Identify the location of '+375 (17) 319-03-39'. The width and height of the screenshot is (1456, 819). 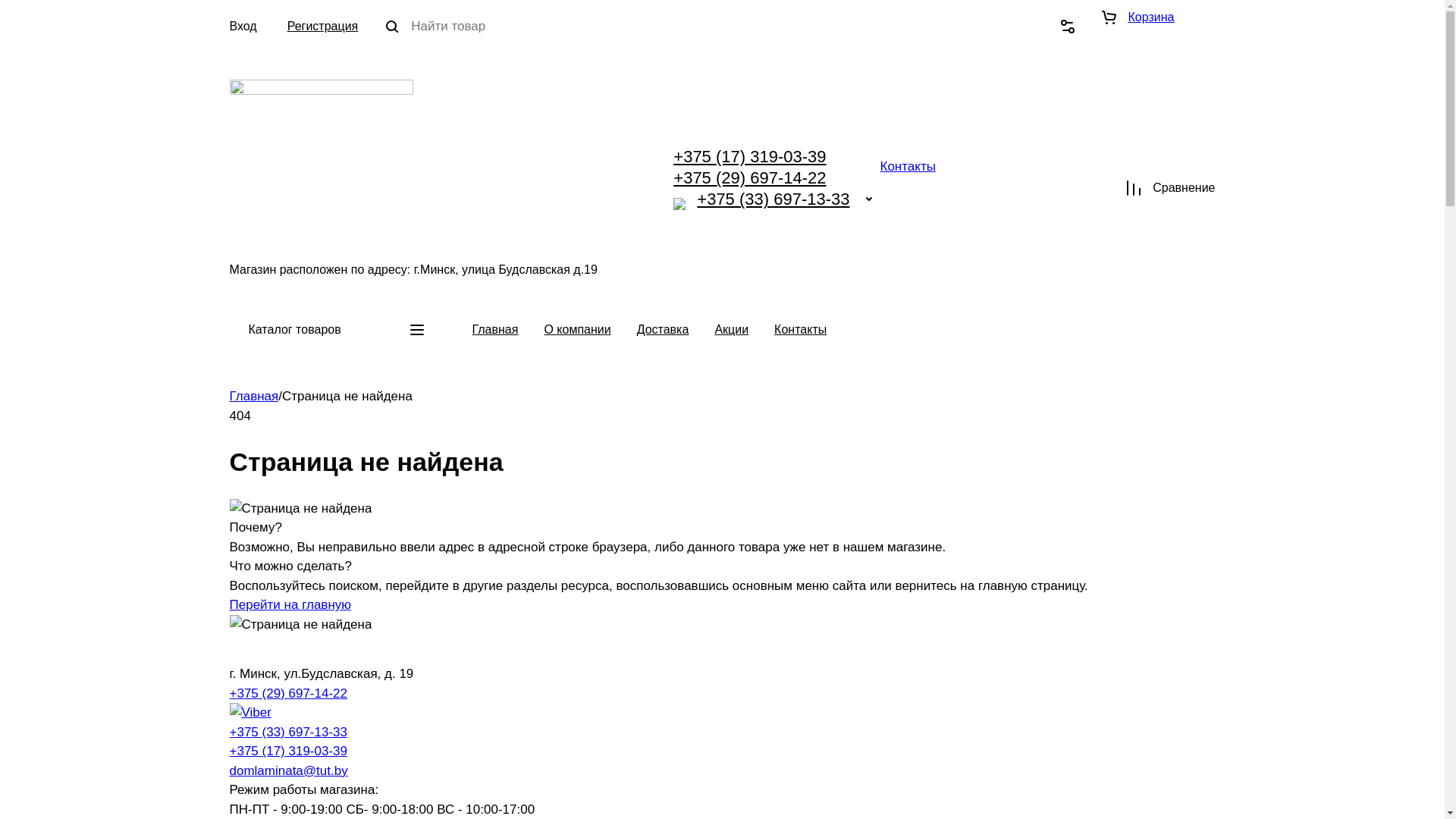
(228, 751).